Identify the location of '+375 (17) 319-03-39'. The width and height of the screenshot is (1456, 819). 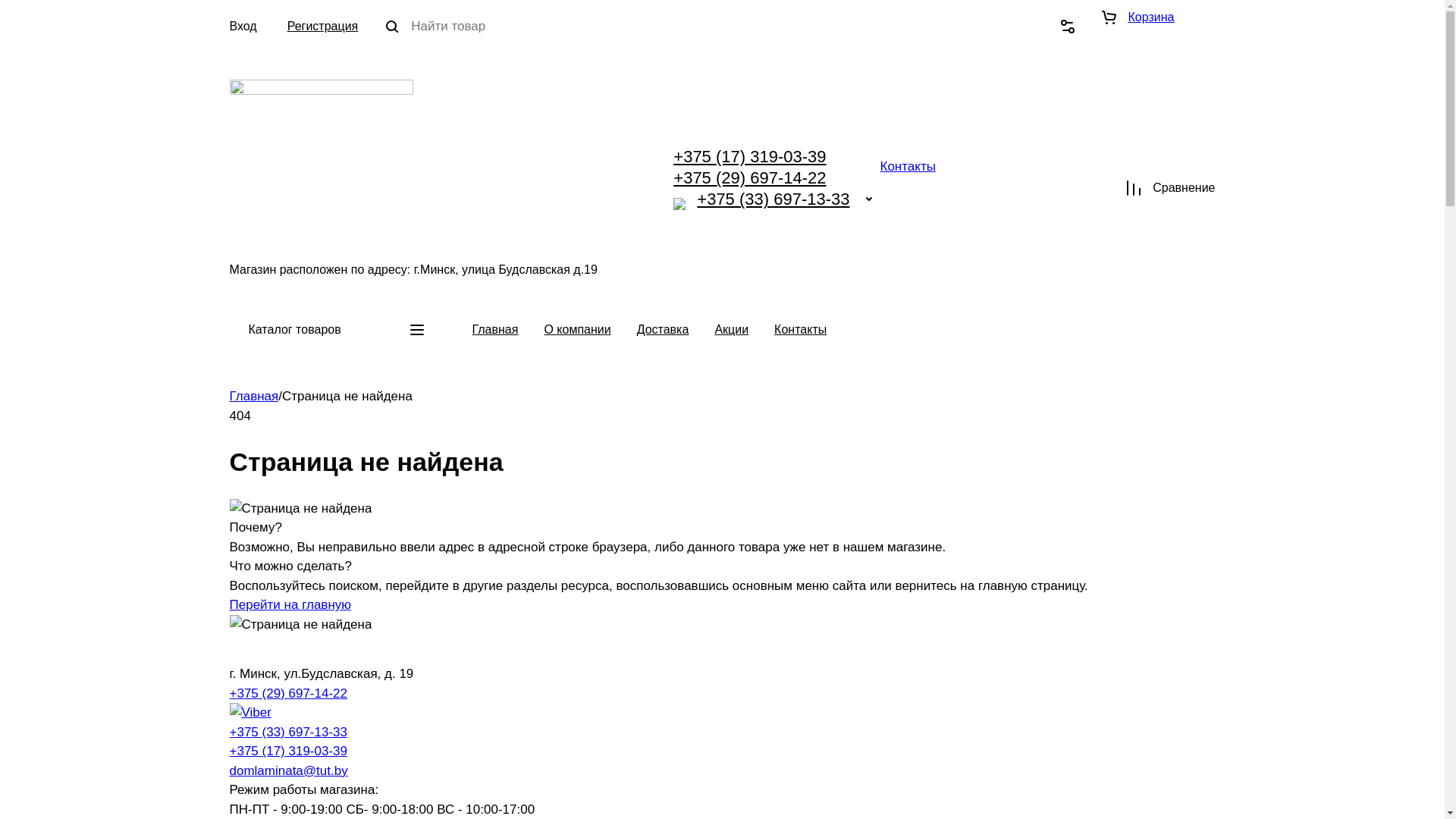
(228, 751).